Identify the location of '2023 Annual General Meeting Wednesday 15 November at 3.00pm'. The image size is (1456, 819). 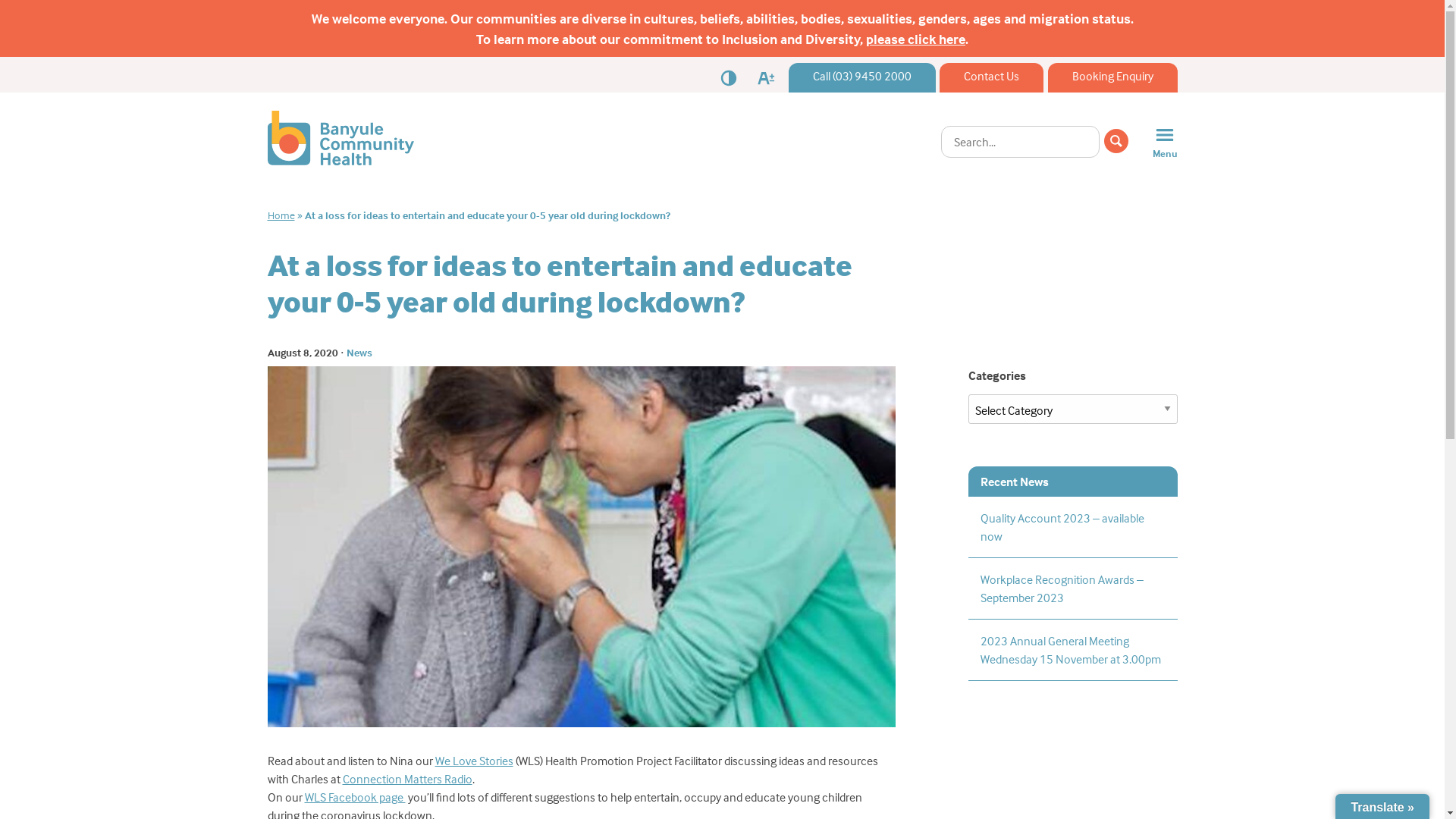
(1072, 648).